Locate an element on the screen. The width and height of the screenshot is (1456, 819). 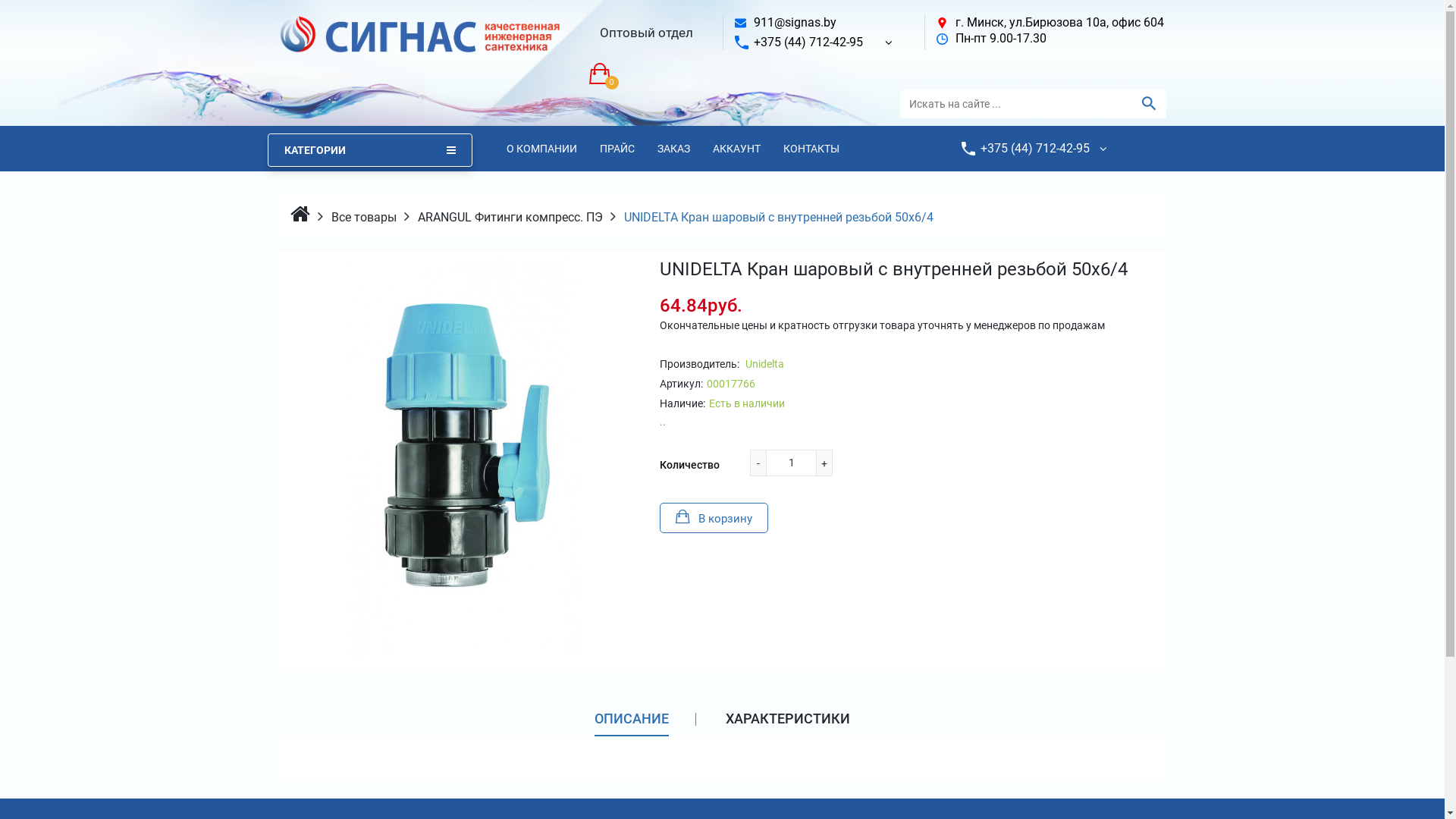
'911@signas.by' is located at coordinates (753, 22).